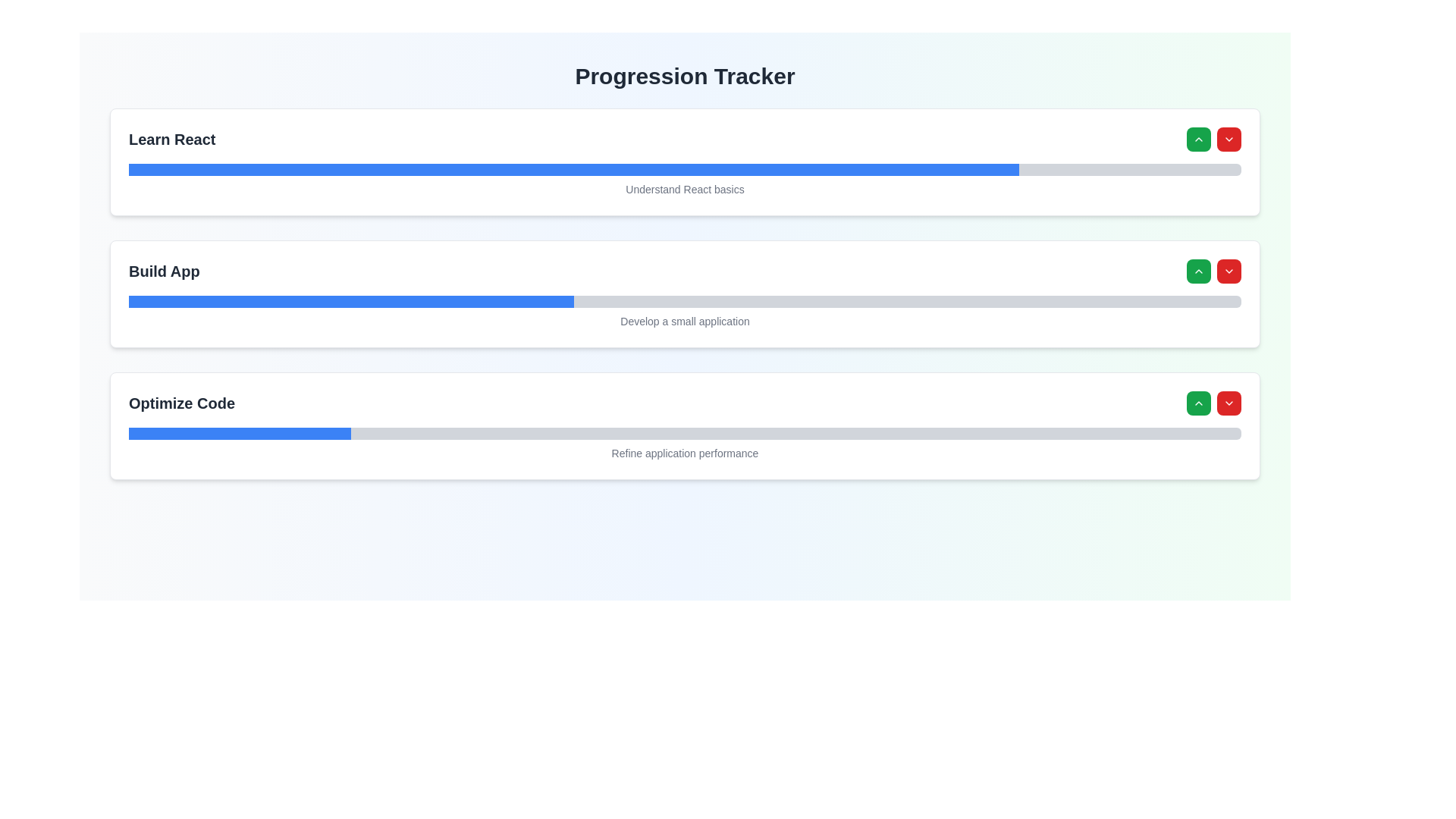 The height and width of the screenshot is (819, 1456). I want to click on the green square button with rounded corners featuring an upward-pointing chevron icon, located at the far-right end of the progress bar for the 'Optimize Code' section, so click(1197, 403).